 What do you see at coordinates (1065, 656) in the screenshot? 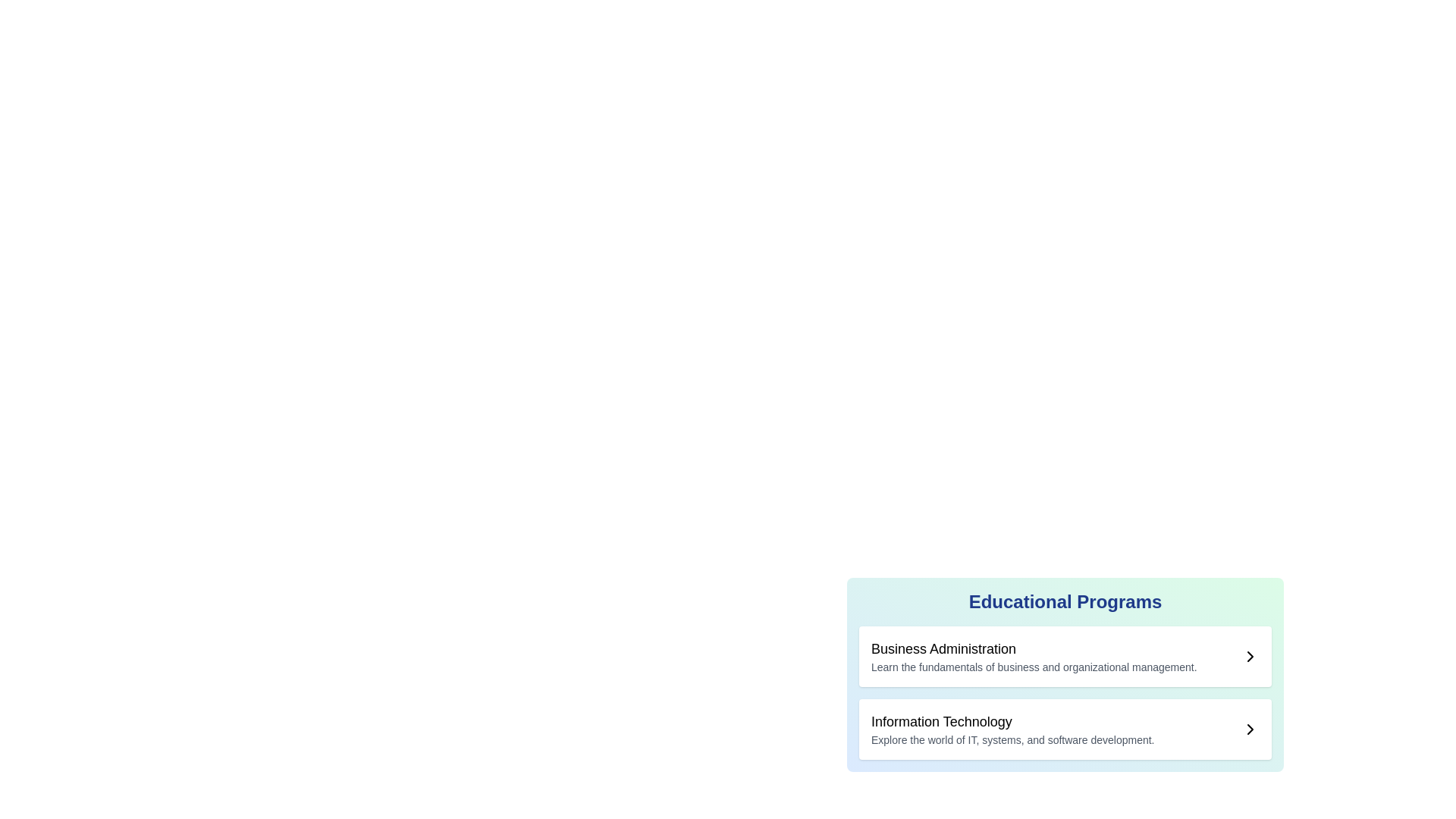
I see `the first list item that provides information about the 'Business Administration' educational program` at bounding box center [1065, 656].